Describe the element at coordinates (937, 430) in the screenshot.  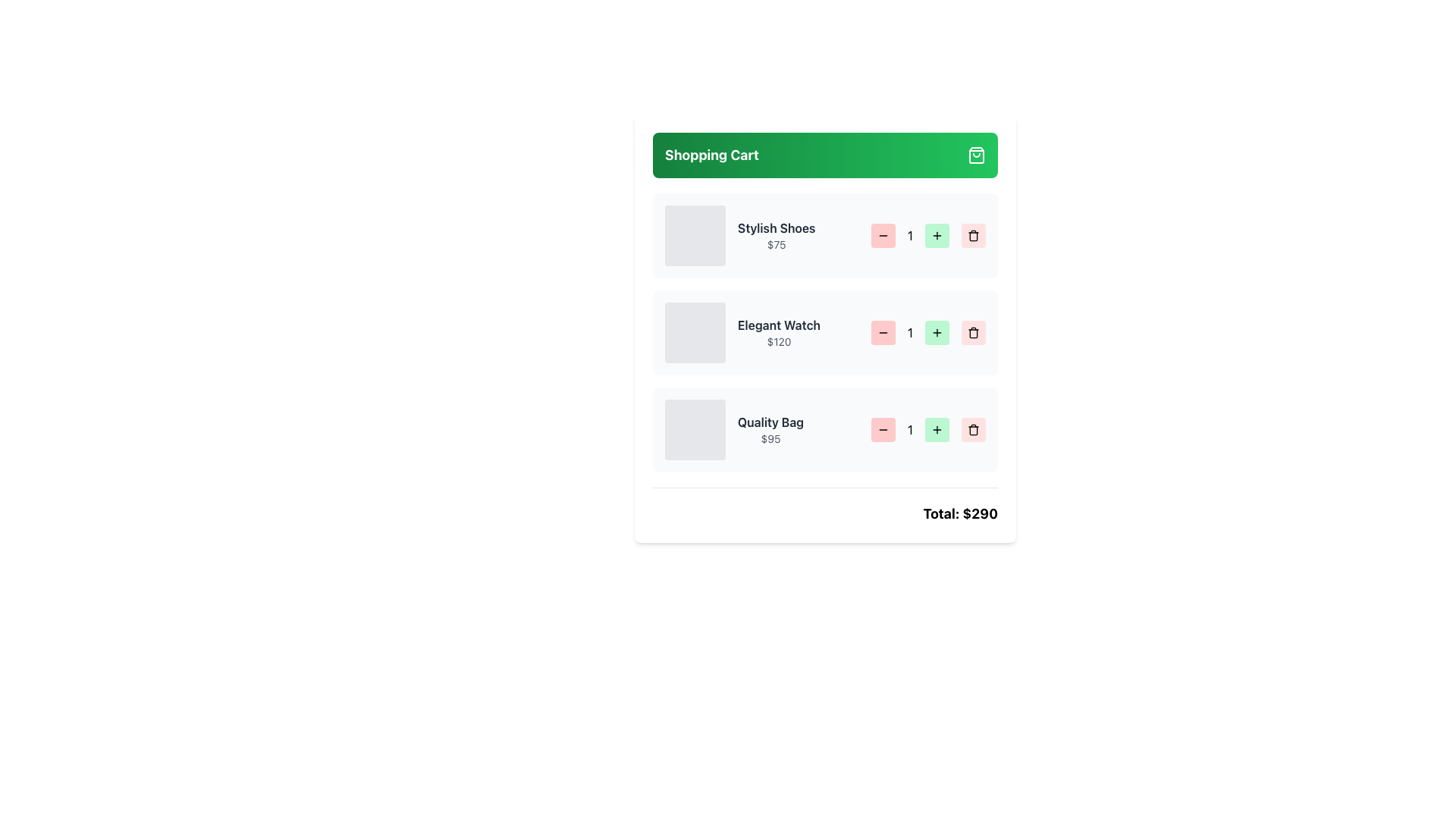
I see `the small, rounded, green button with a '+' icon located beside the 'Quality Bag' item in the shopping cart interface` at that location.